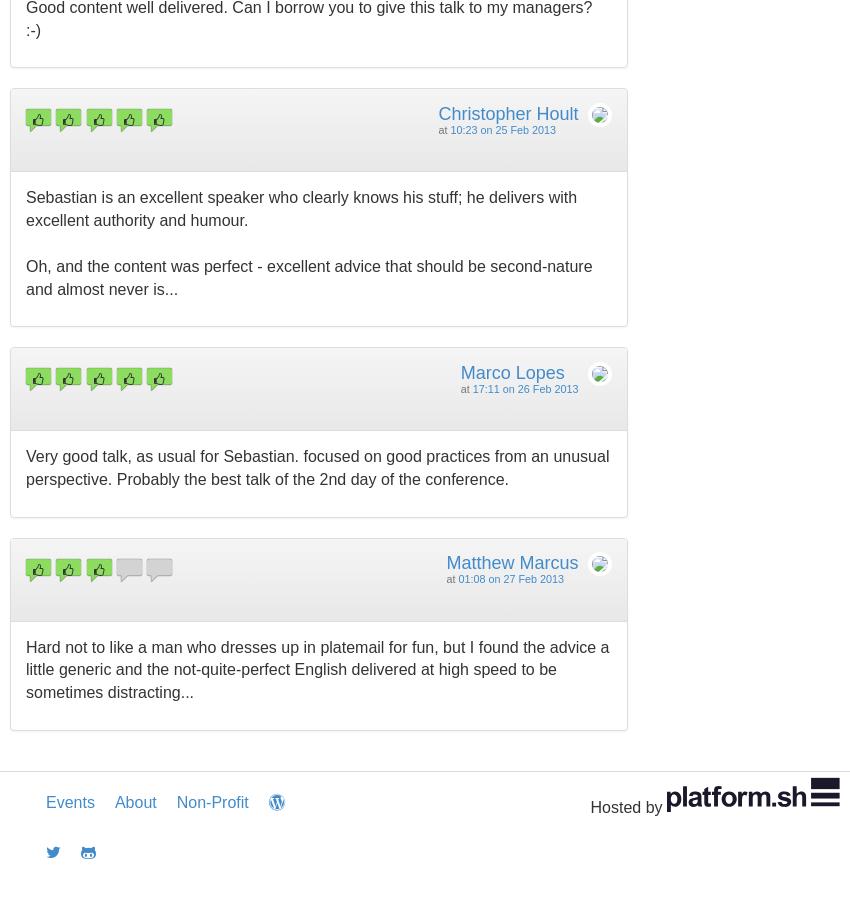 This screenshot has width=850, height=919. Describe the element at coordinates (210, 802) in the screenshot. I see `'Non-Profit'` at that location.